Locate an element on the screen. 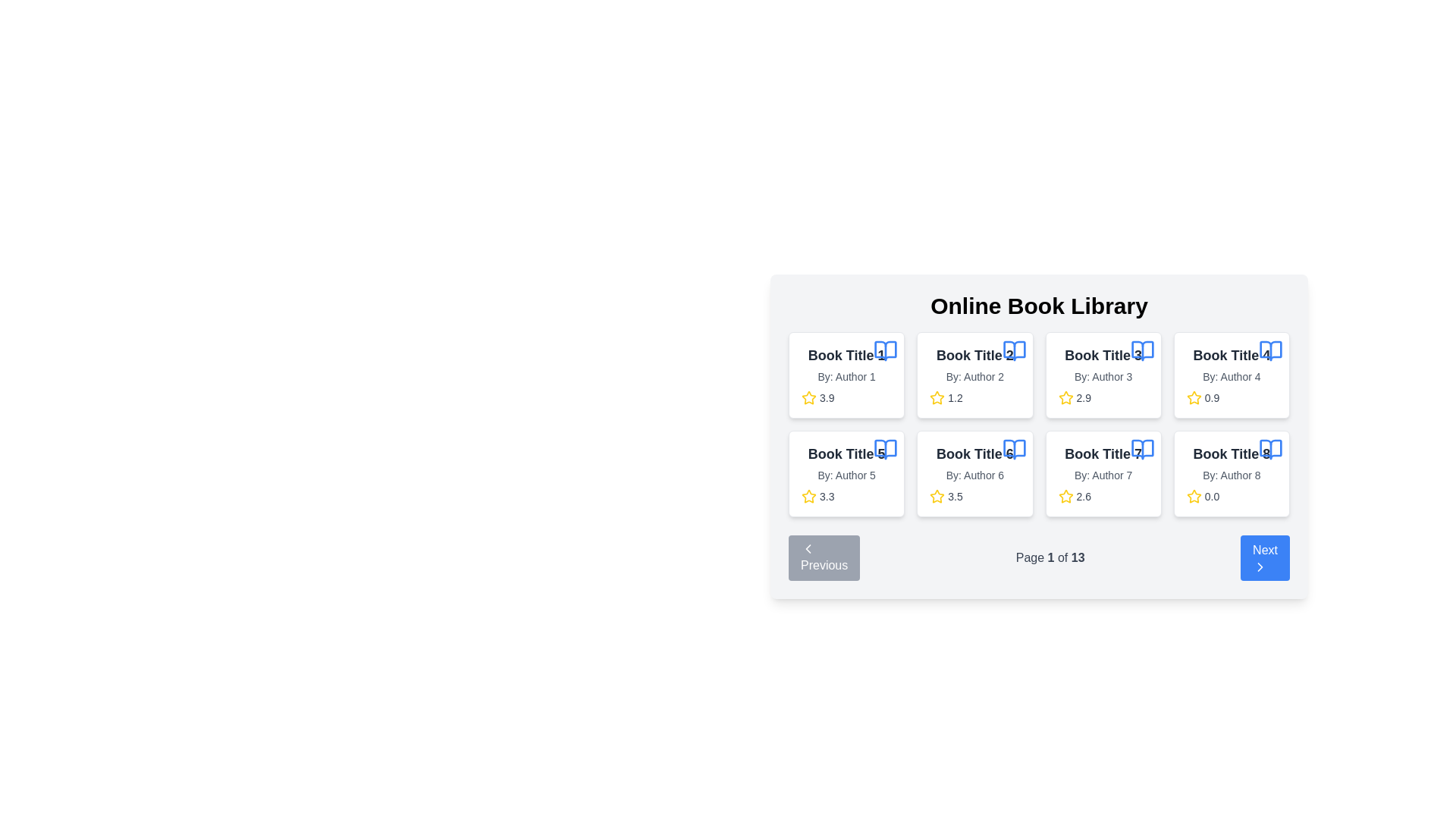  the Information Card displaying details about a book, located in the second row and third column of the grid layout is located at coordinates (1103, 472).